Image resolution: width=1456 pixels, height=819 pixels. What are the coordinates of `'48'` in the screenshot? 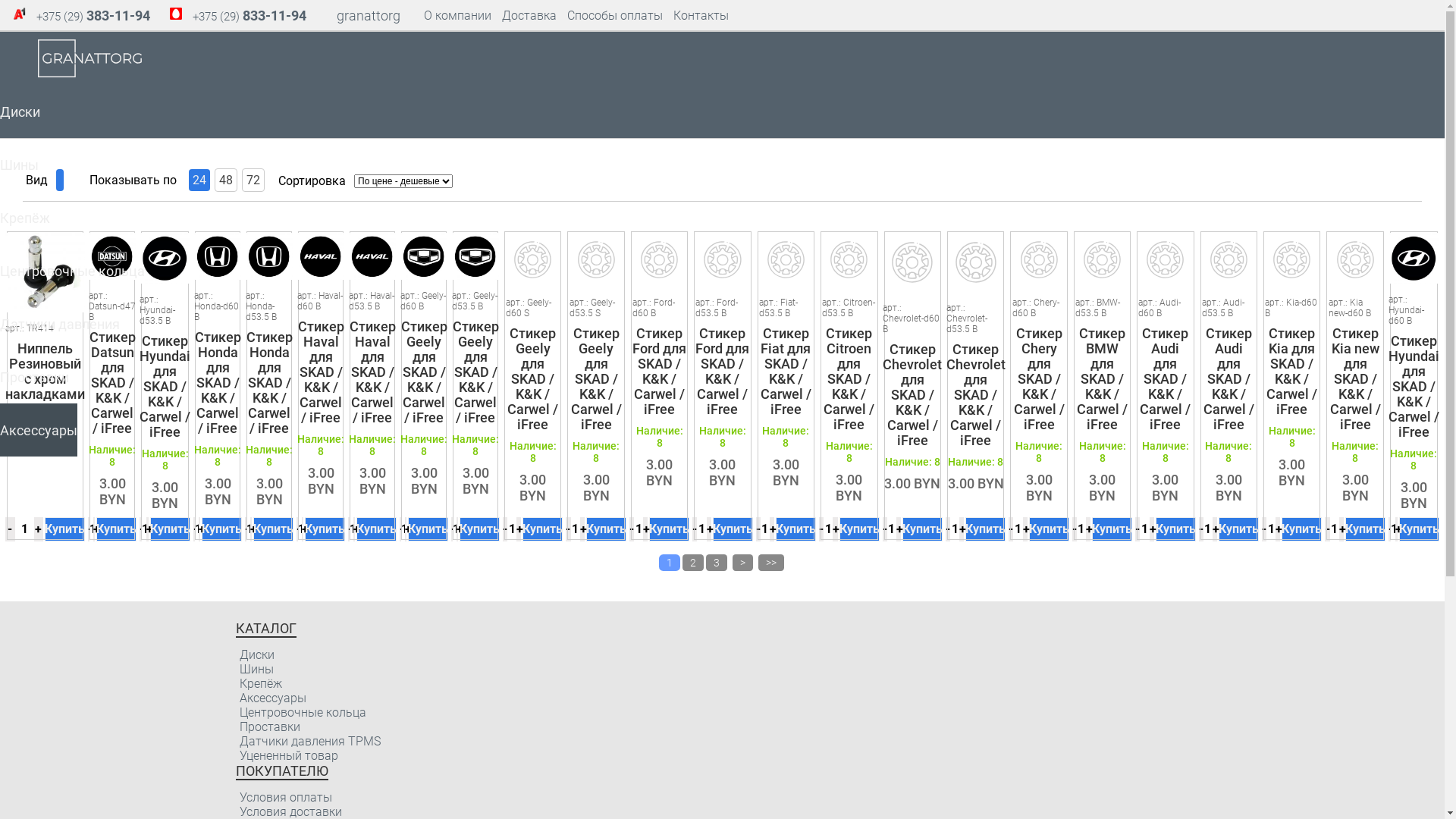 It's located at (224, 179).